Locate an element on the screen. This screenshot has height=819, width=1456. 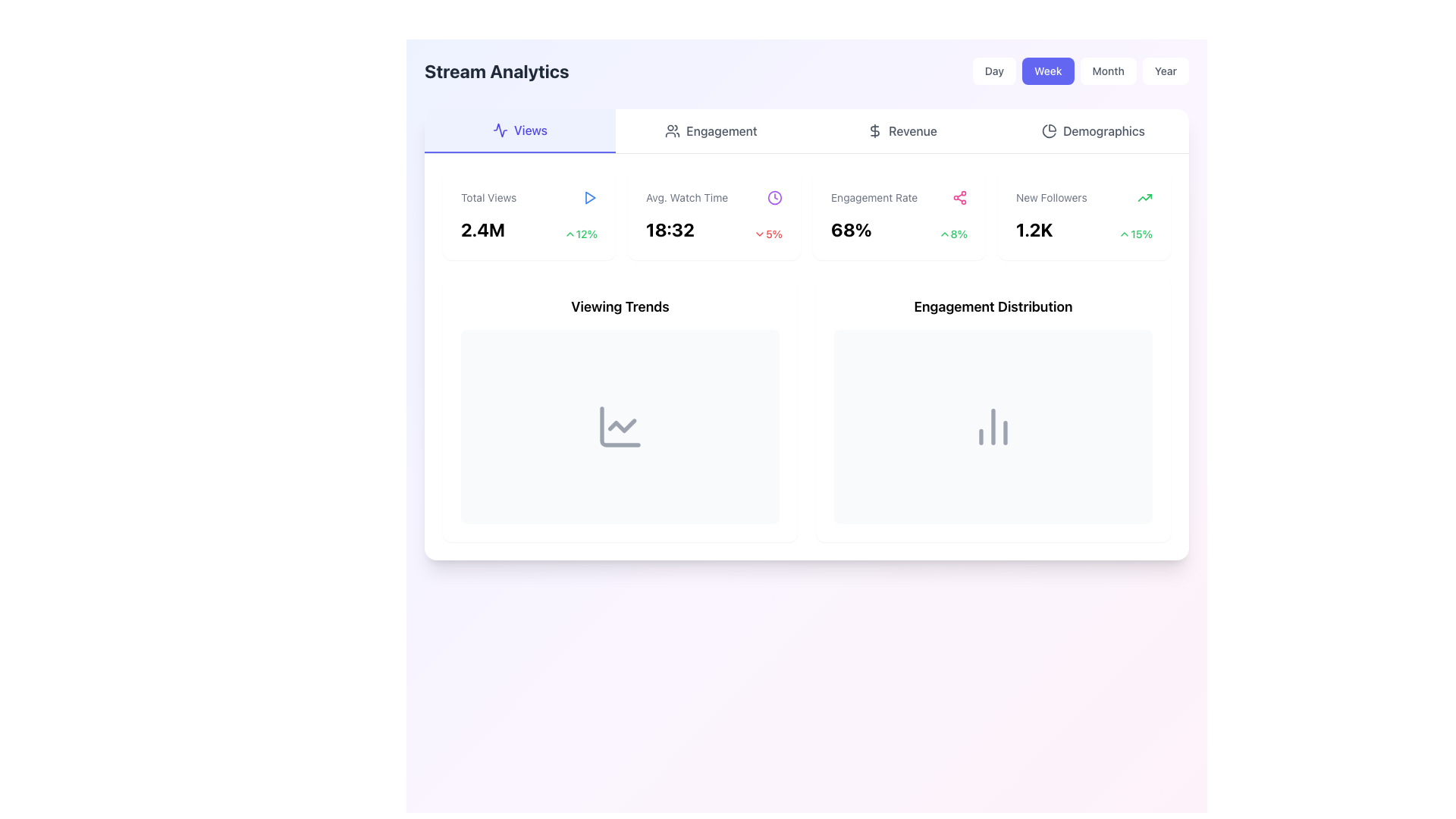
the icon depicting two human silhouettes located in the 'Engagement' tab, positioned left of the 'Engagement' text is located at coordinates (672, 130).